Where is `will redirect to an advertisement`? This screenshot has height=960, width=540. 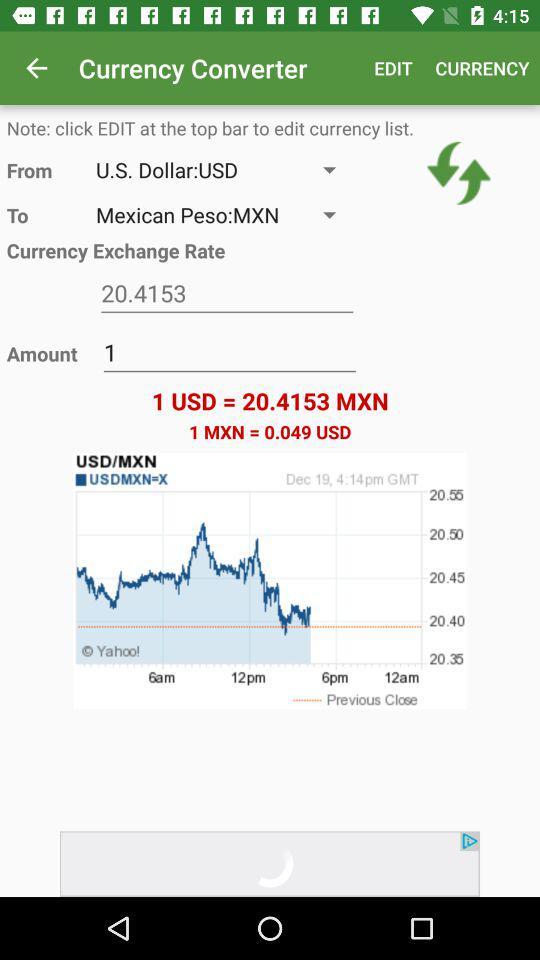 will redirect to an advertisement is located at coordinates (270, 863).